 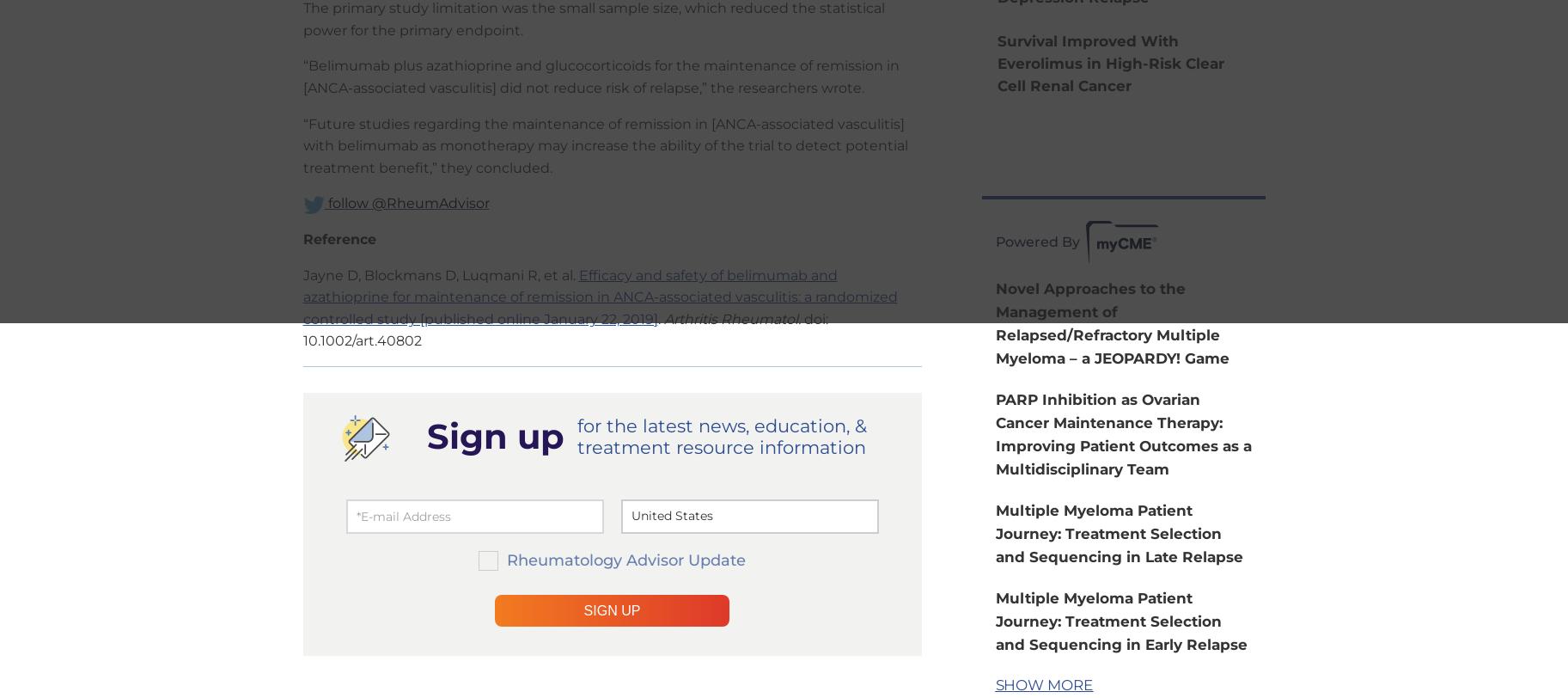 What do you see at coordinates (611, 609) in the screenshot?
I see `'Sign Up'` at bounding box center [611, 609].